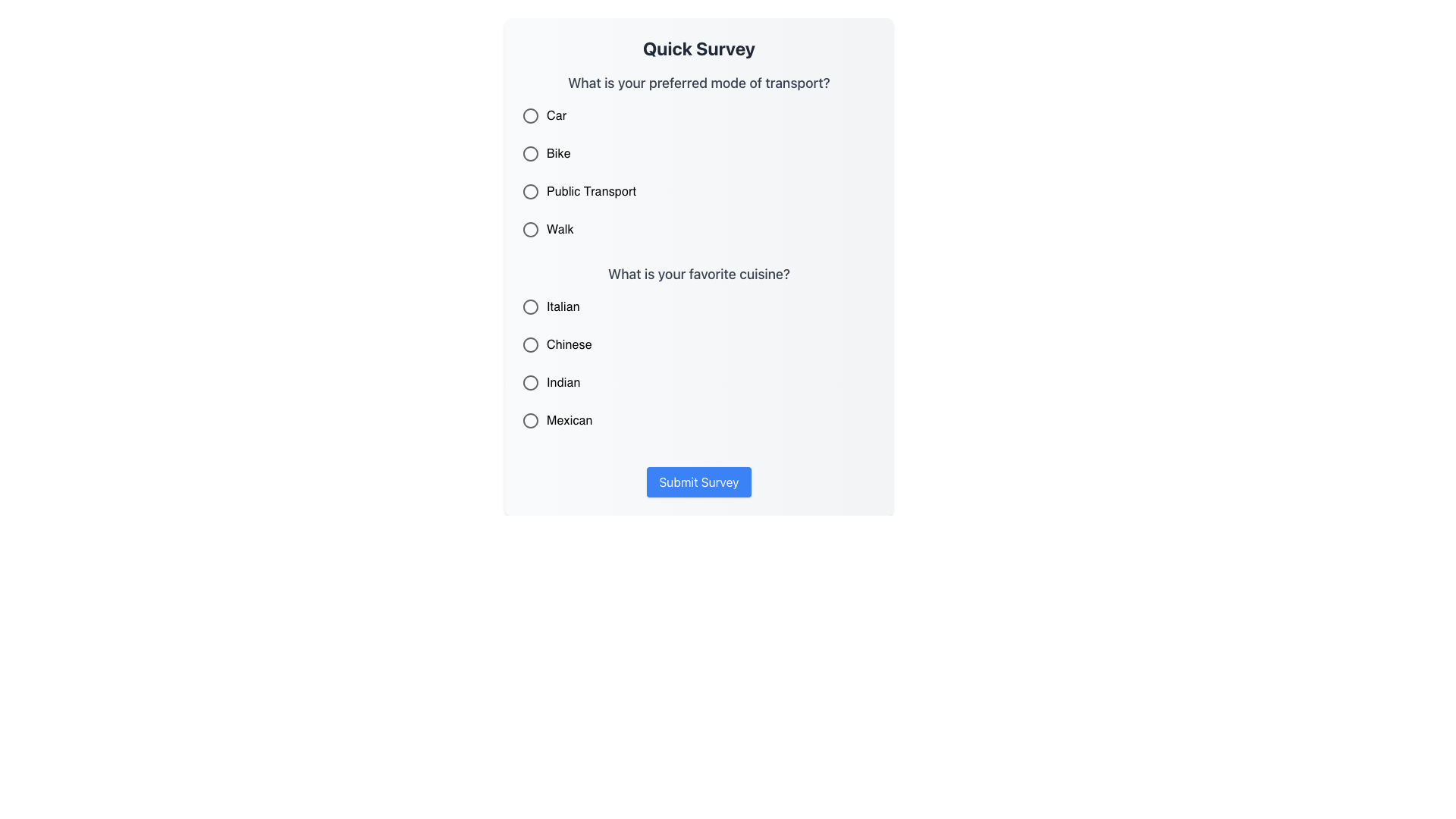 This screenshot has width=1456, height=819. What do you see at coordinates (569, 421) in the screenshot?
I see `the text label displaying 'Mexican', which is positioned under the question 'What is your favorite cuisine?' and is the last option in the list` at bounding box center [569, 421].